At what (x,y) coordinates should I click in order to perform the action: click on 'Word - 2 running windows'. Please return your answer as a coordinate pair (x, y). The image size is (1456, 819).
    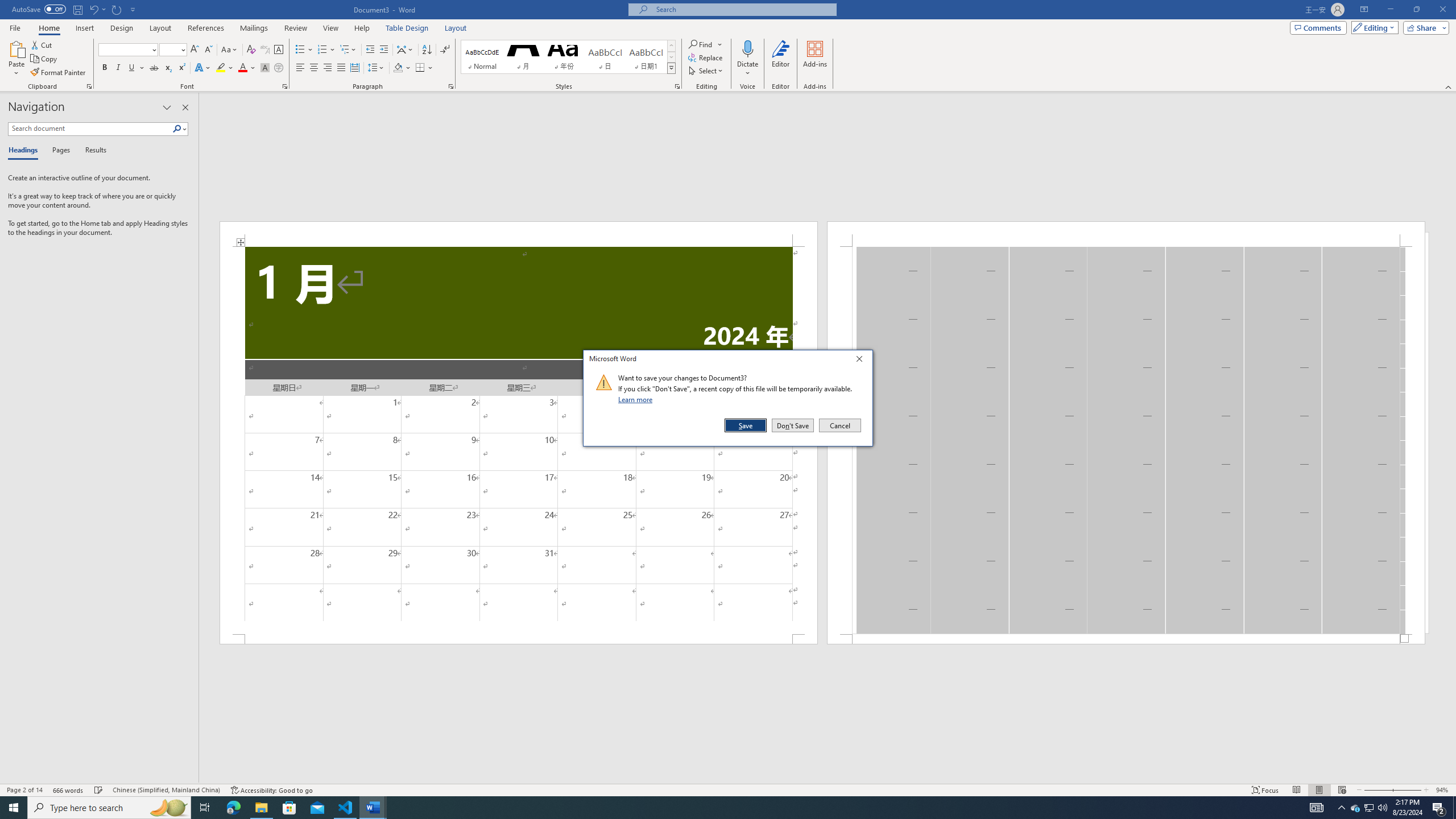
    Looking at the image, I should click on (373, 806).